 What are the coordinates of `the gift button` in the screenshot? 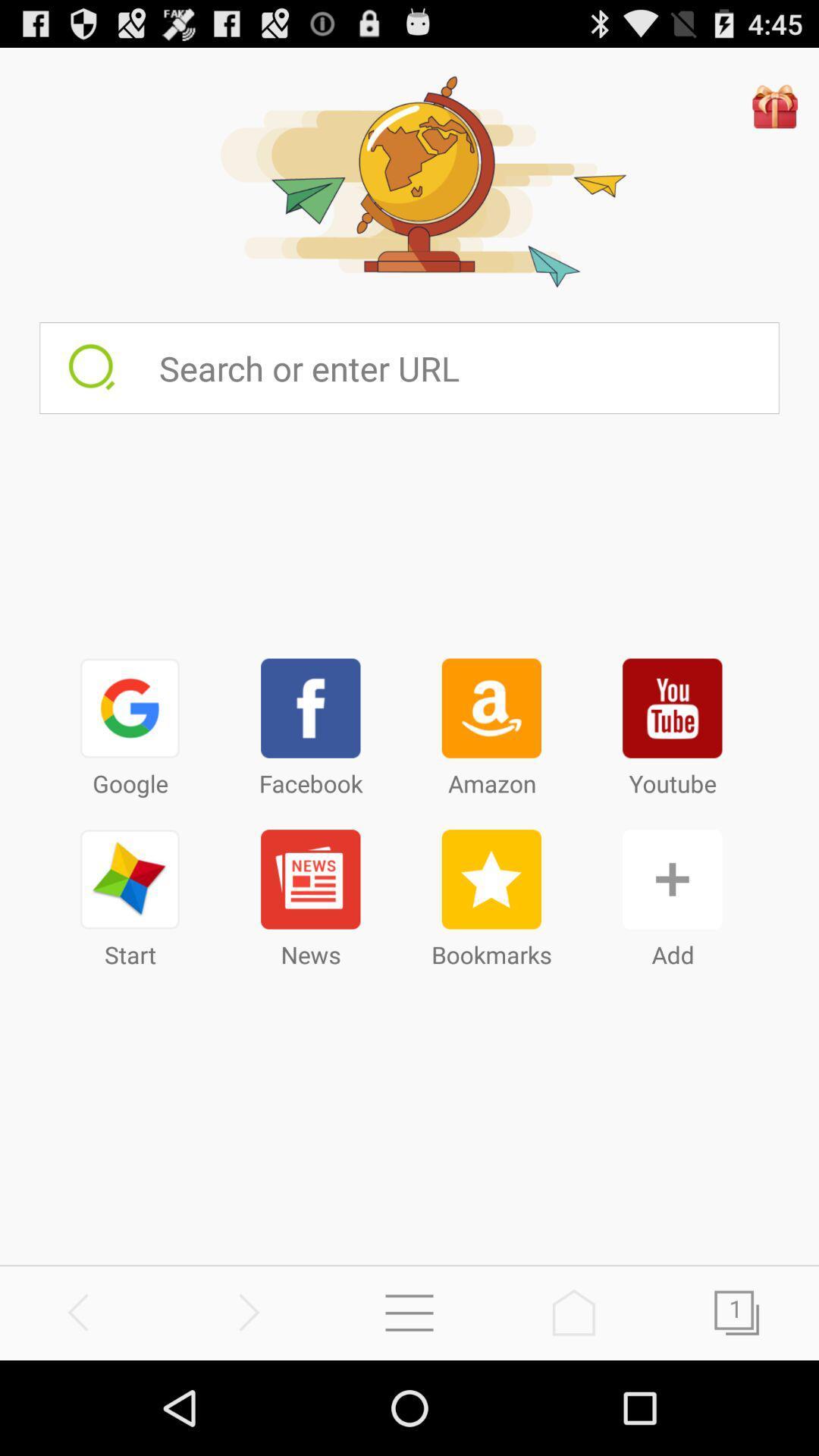 It's located at (775, 105).